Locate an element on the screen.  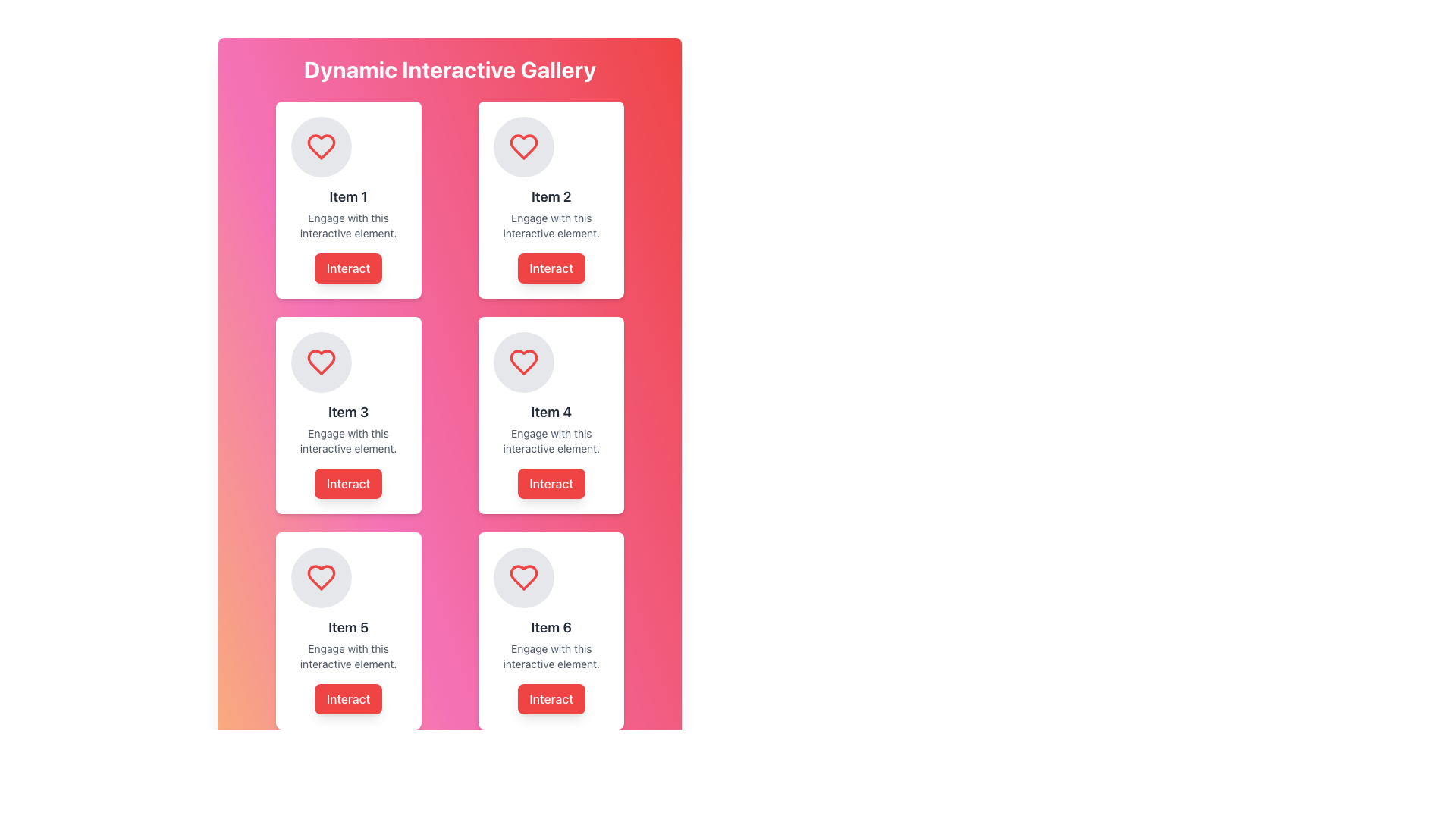
the text block that displays 'Engage with this interactive element.' located beneath the title 'Item 1' in the card layout is located at coordinates (347, 225).